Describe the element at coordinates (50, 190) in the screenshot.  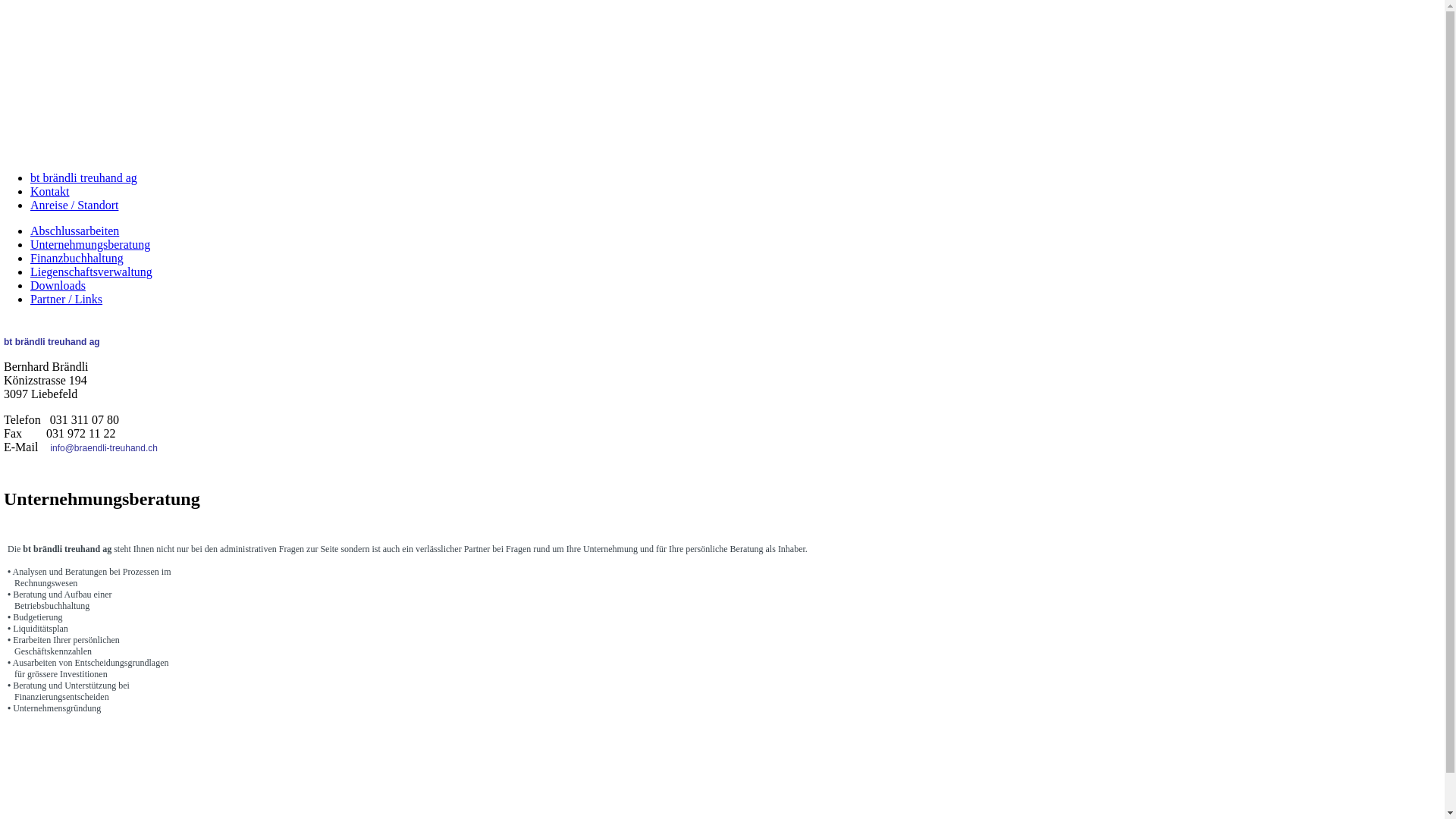
I see `'Kontakt'` at that location.